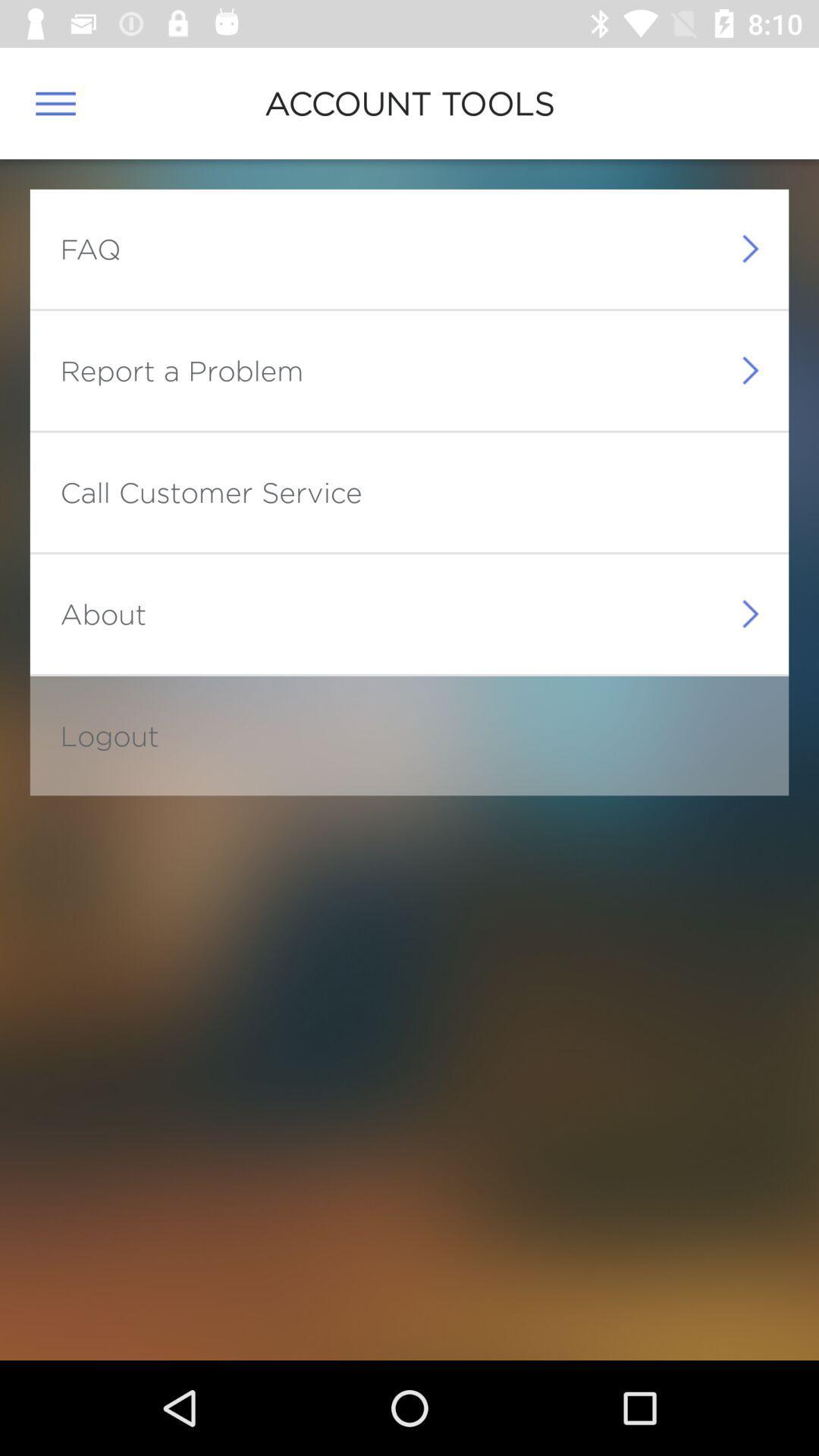 The height and width of the screenshot is (1456, 819). I want to click on the app below the about app, so click(108, 736).